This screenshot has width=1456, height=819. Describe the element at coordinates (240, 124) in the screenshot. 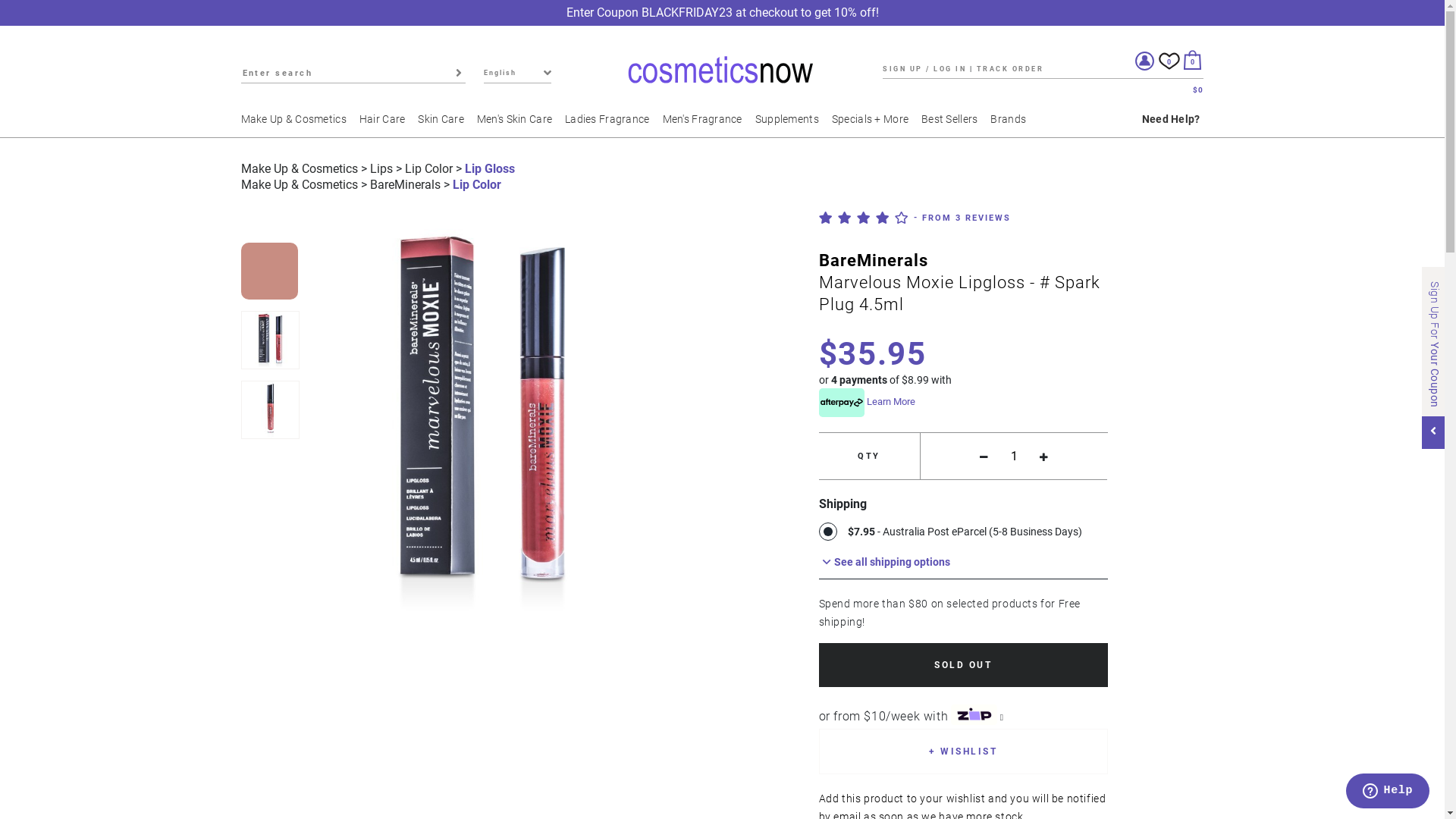

I see `'Make Up & Cosmetics'` at that location.